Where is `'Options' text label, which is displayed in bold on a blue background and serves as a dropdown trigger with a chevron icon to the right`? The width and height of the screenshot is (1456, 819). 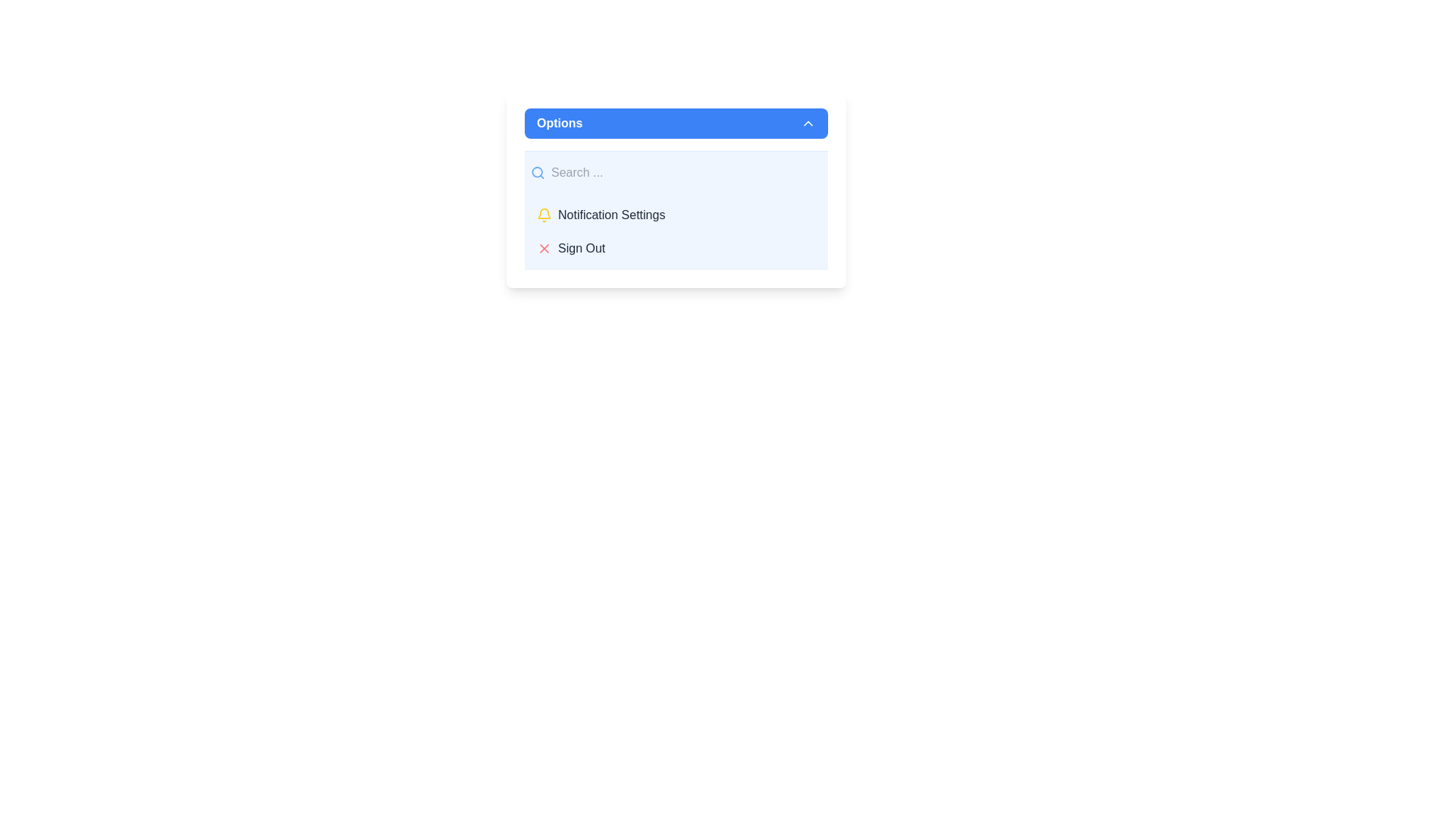 'Options' text label, which is displayed in bold on a blue background and serves as a dropdown trigger with a chevron icon to the right is located at coordinates (559, 122).